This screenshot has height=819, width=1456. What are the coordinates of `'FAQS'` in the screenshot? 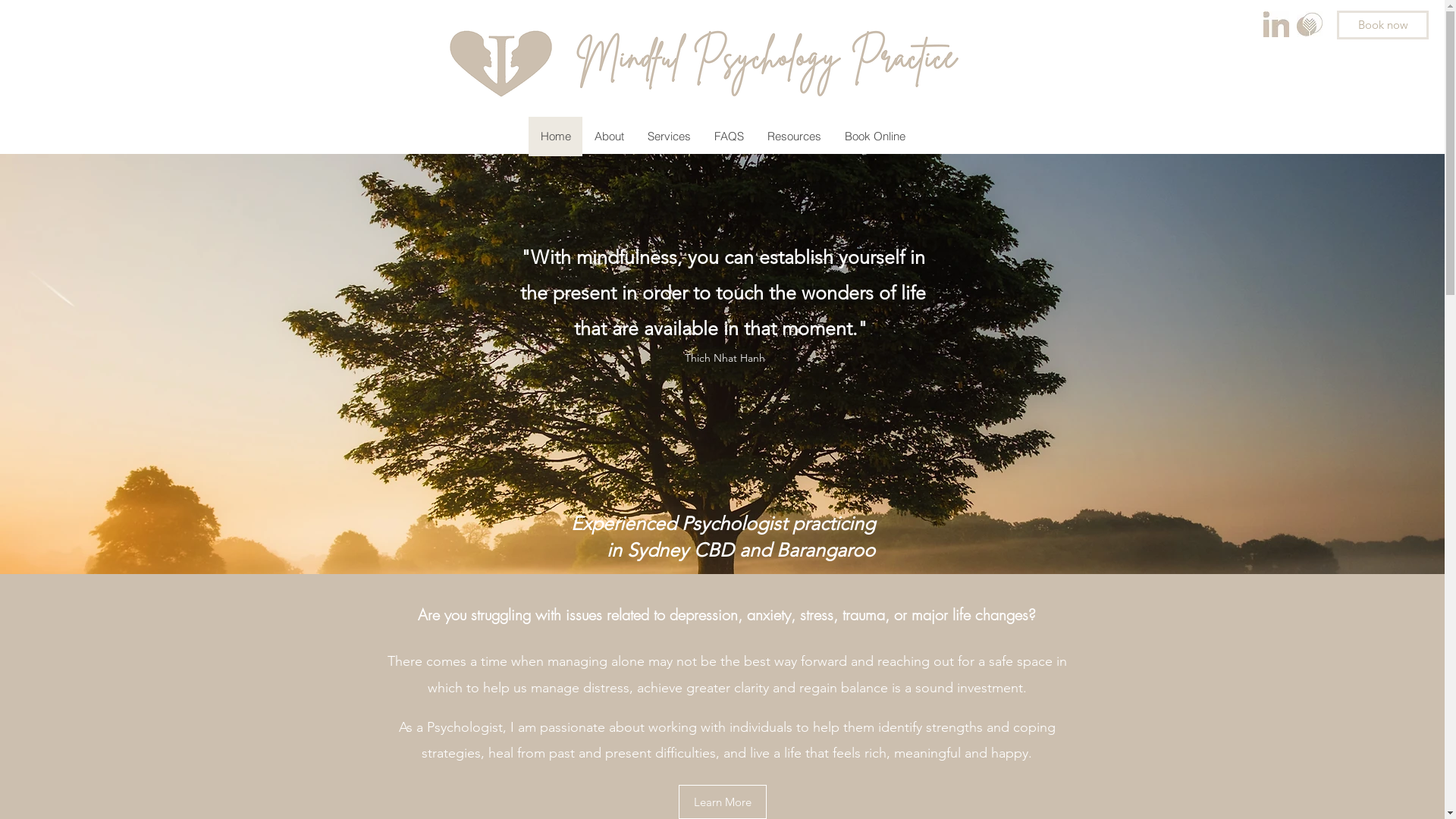 It's located at (728, 136).